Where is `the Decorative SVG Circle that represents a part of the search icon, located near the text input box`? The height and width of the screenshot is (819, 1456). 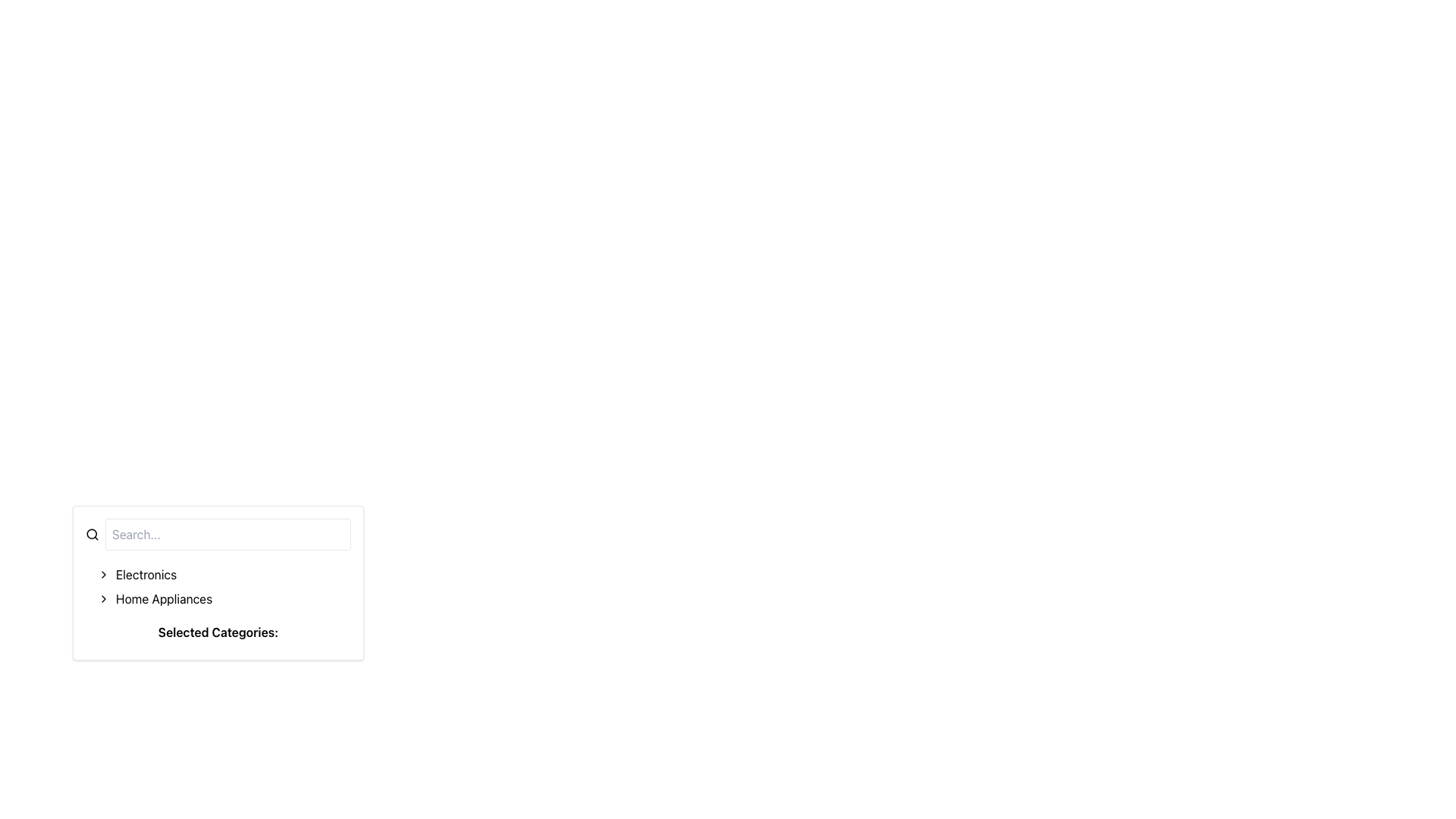
the Decorative SVG Circle that represents a part of the search icon, located near the text input box is located at coordinates (91, 533).